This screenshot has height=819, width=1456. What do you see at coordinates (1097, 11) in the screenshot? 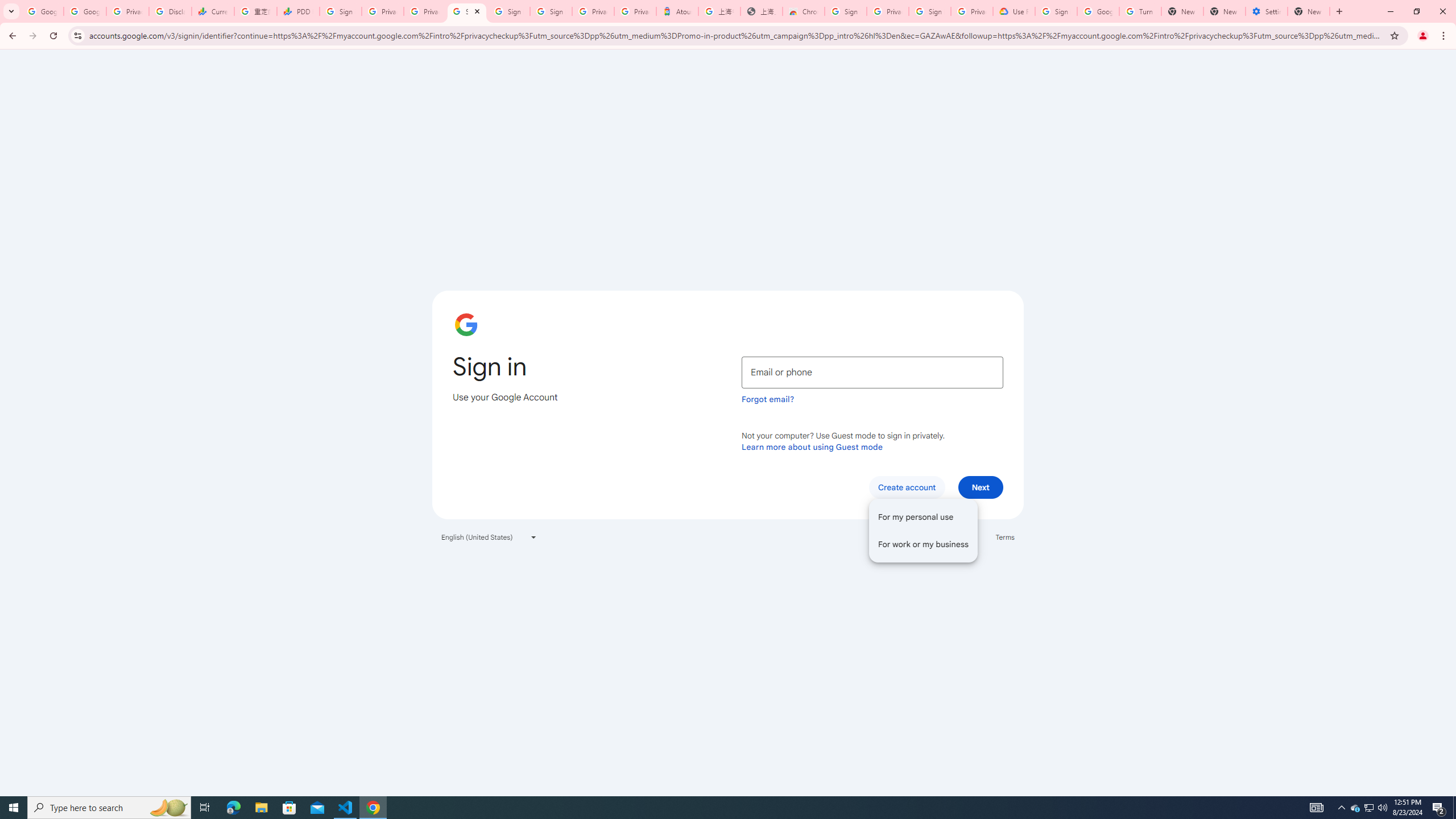
I see `'Google Account Help'` at bounding box center [1097, 11].